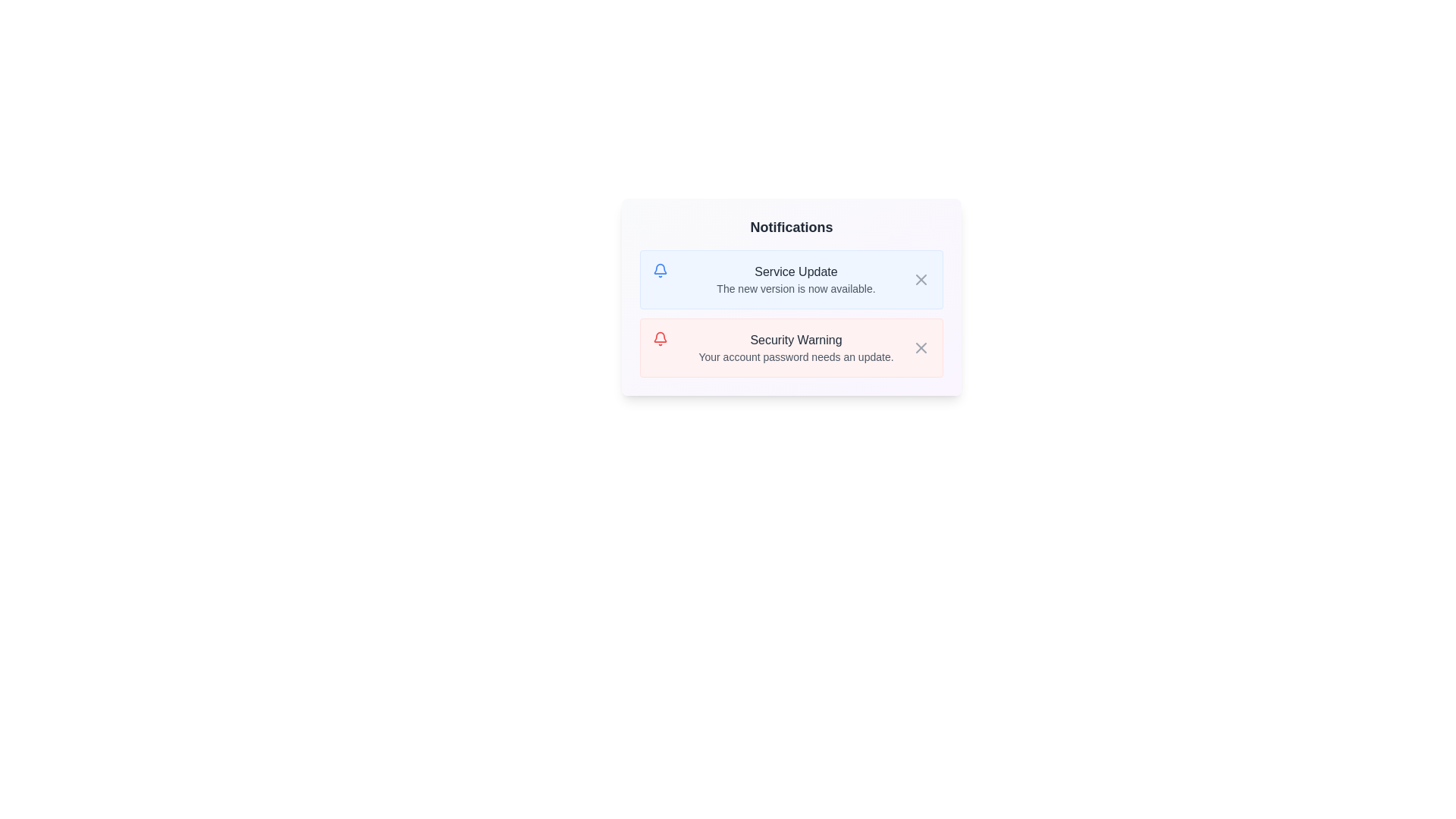 The width and height of the screenshot is (1456, 819). Describe the element at coordinates (790, 280) in the screenshot. I see `the 'Service Update' notification card, which is the top item in the list of notifications under the 'Notifications' header` at that location.